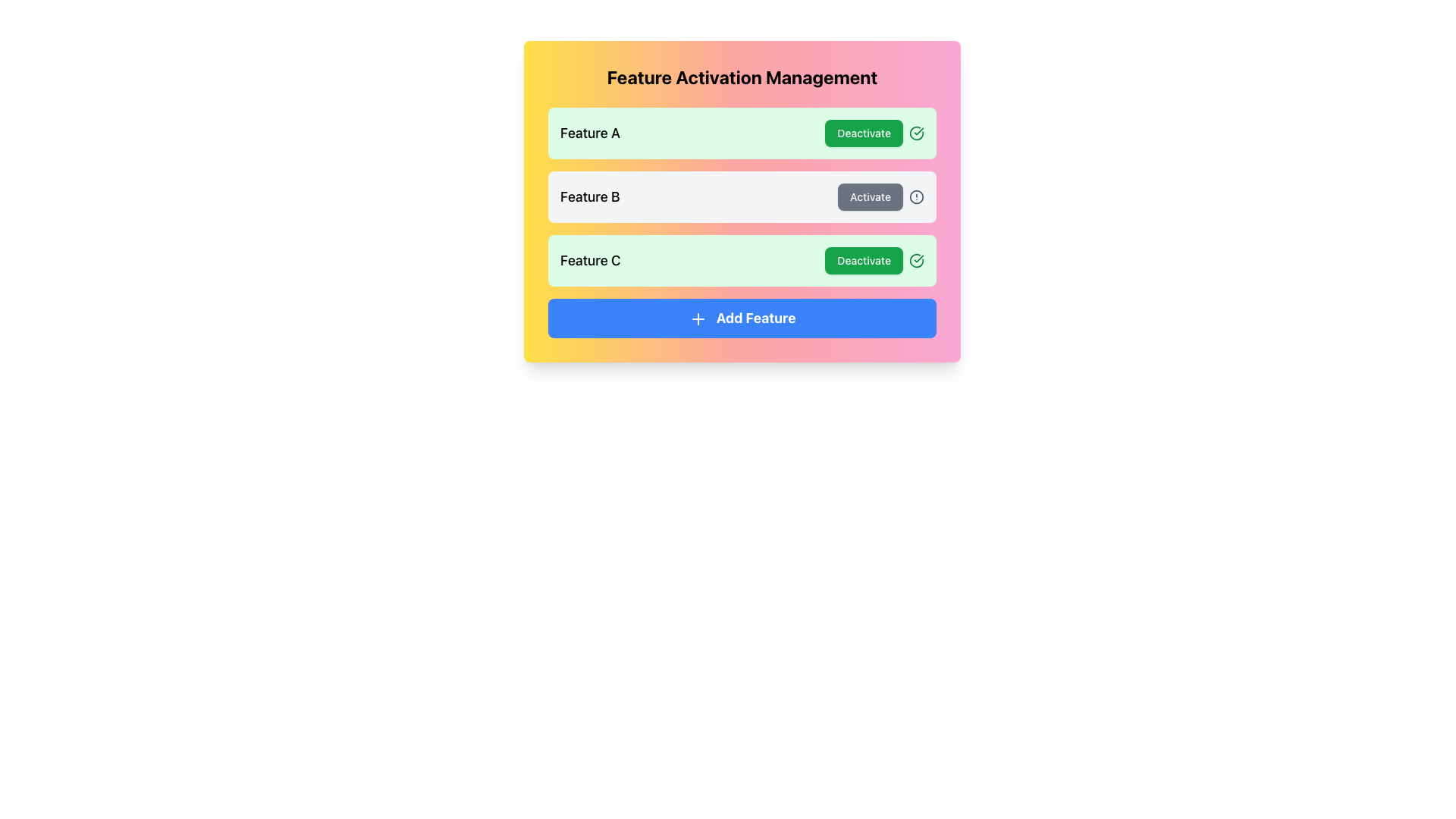 The height and width of the screenshot is (819, 1456). Describe the element at coordinates (874, 133) in the screenshot. I see `'Deactivate' button with a green background and white bold text, located in the right section of the panel for Feature A, to check for tooltip or additional details` at that location.